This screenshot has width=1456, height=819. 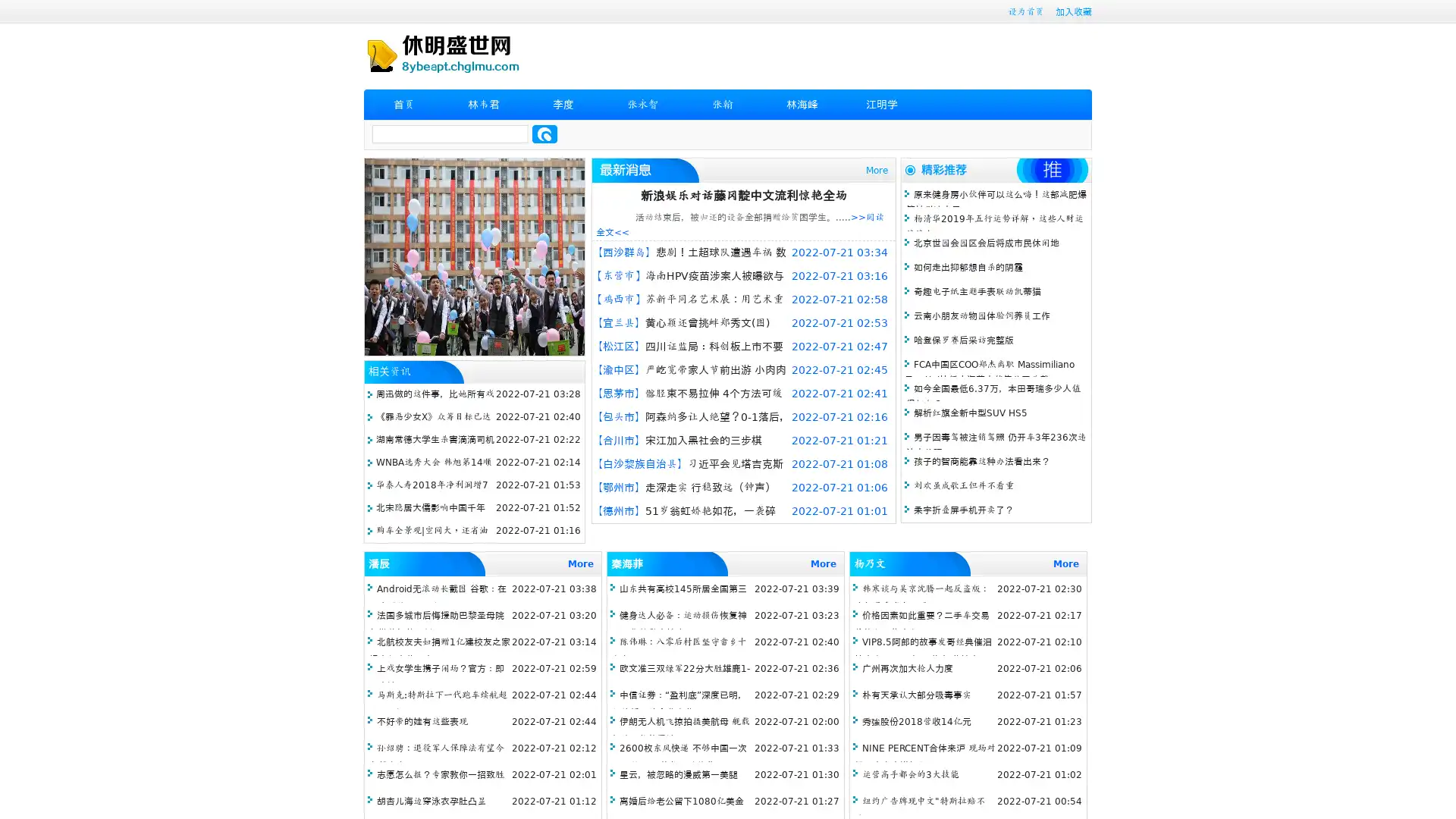 I want to click on Search, so click(x=544, y=133).